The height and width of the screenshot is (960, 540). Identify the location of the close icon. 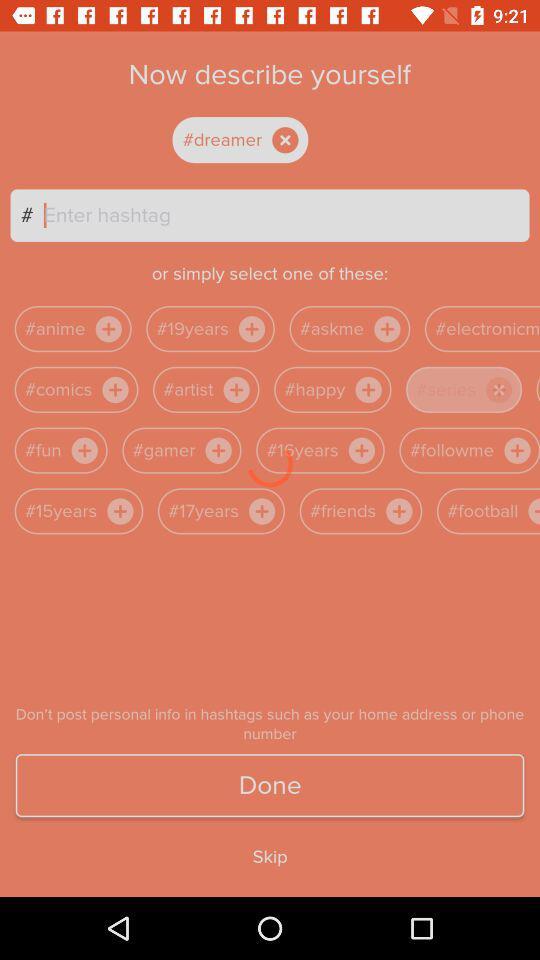
(497, 388).